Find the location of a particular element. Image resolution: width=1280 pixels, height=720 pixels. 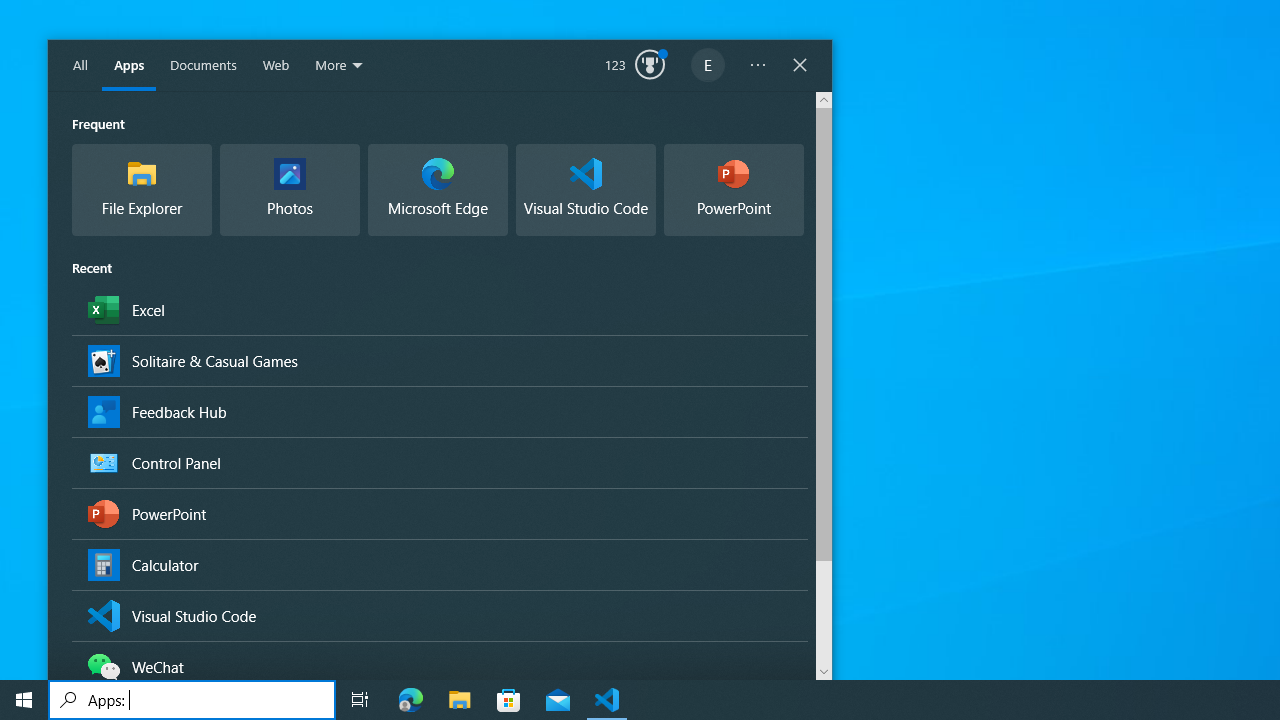

'Microsoft Edge, Microsoft recommended browser' is located at coordinates (437, 190).